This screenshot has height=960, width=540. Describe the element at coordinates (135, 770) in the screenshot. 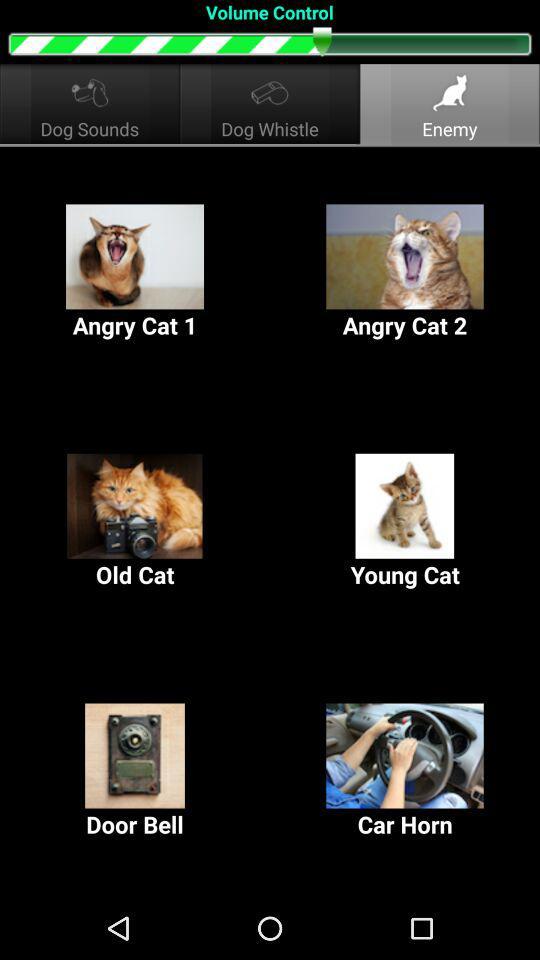

I see `the icon to the left of the car horn item` at that location.